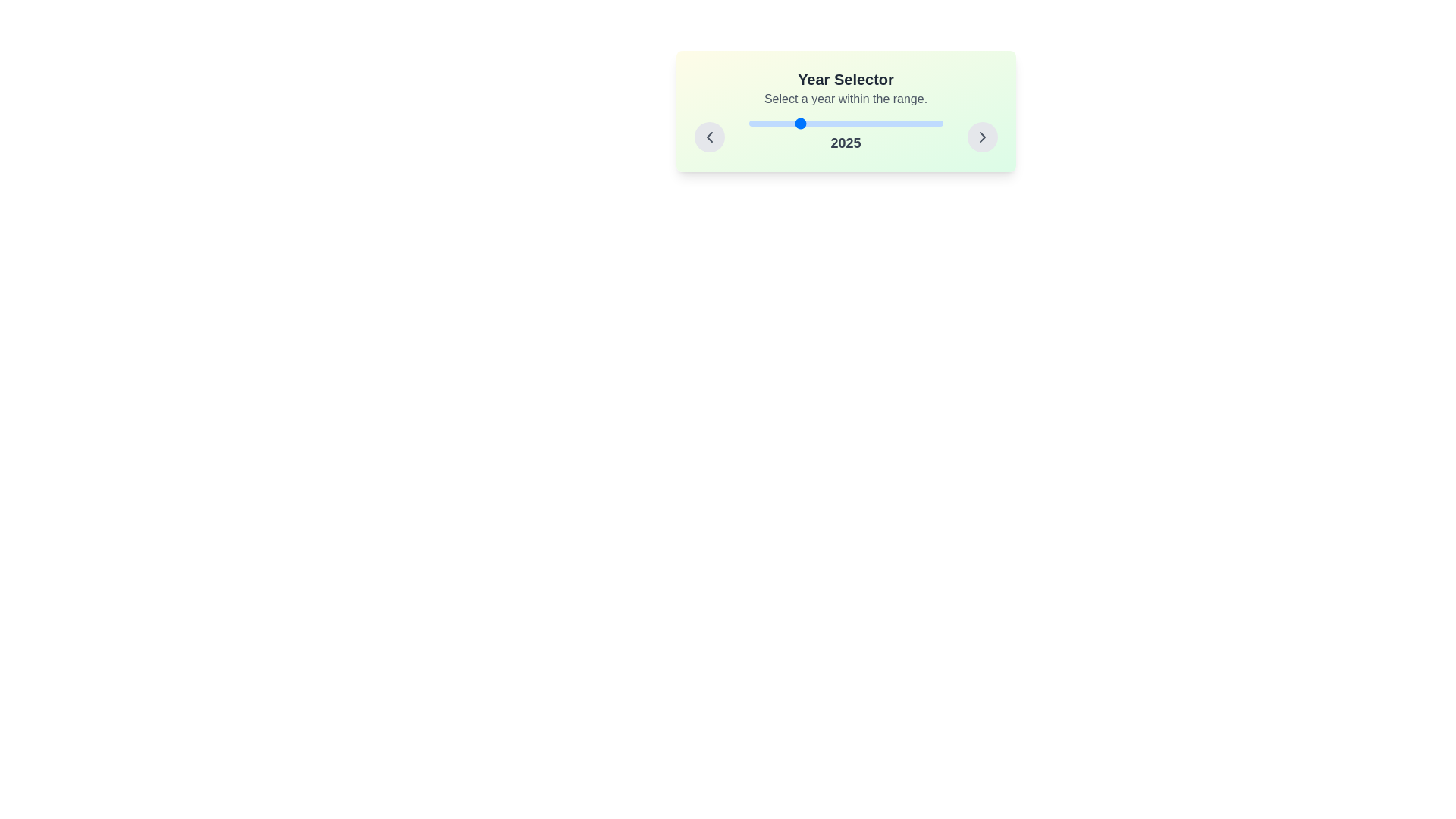  I want to click on the slider to set the year to 2070, so click(884, 122).